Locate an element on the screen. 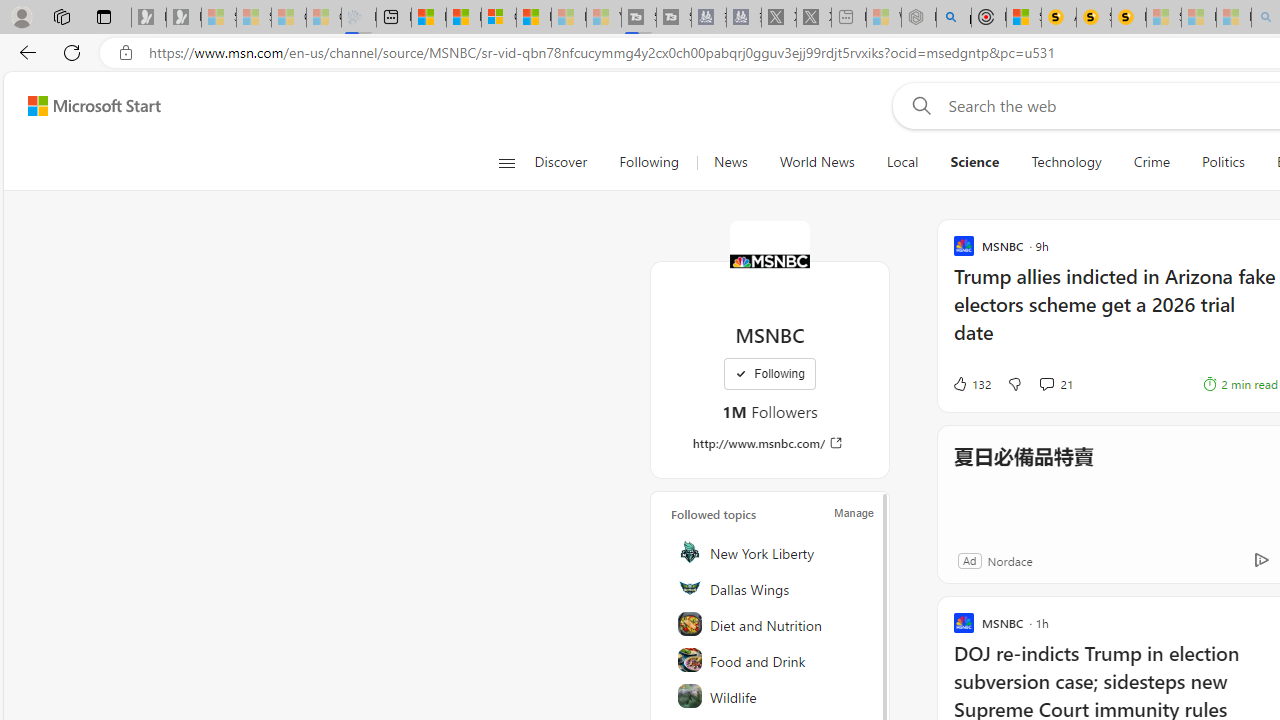 The image size is (1280, 720). 'Local' is located at coordinates (901, 162).